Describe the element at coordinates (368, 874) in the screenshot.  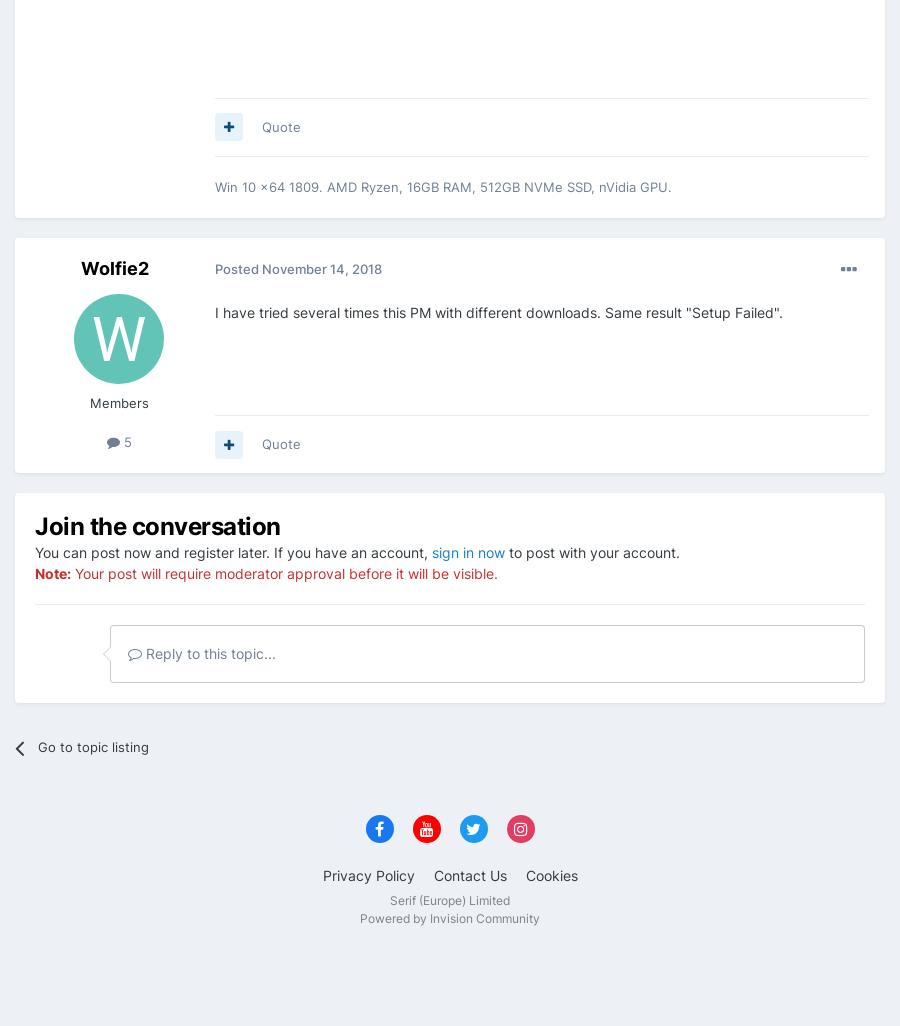
I see `'Privacy Policy'` at that location.